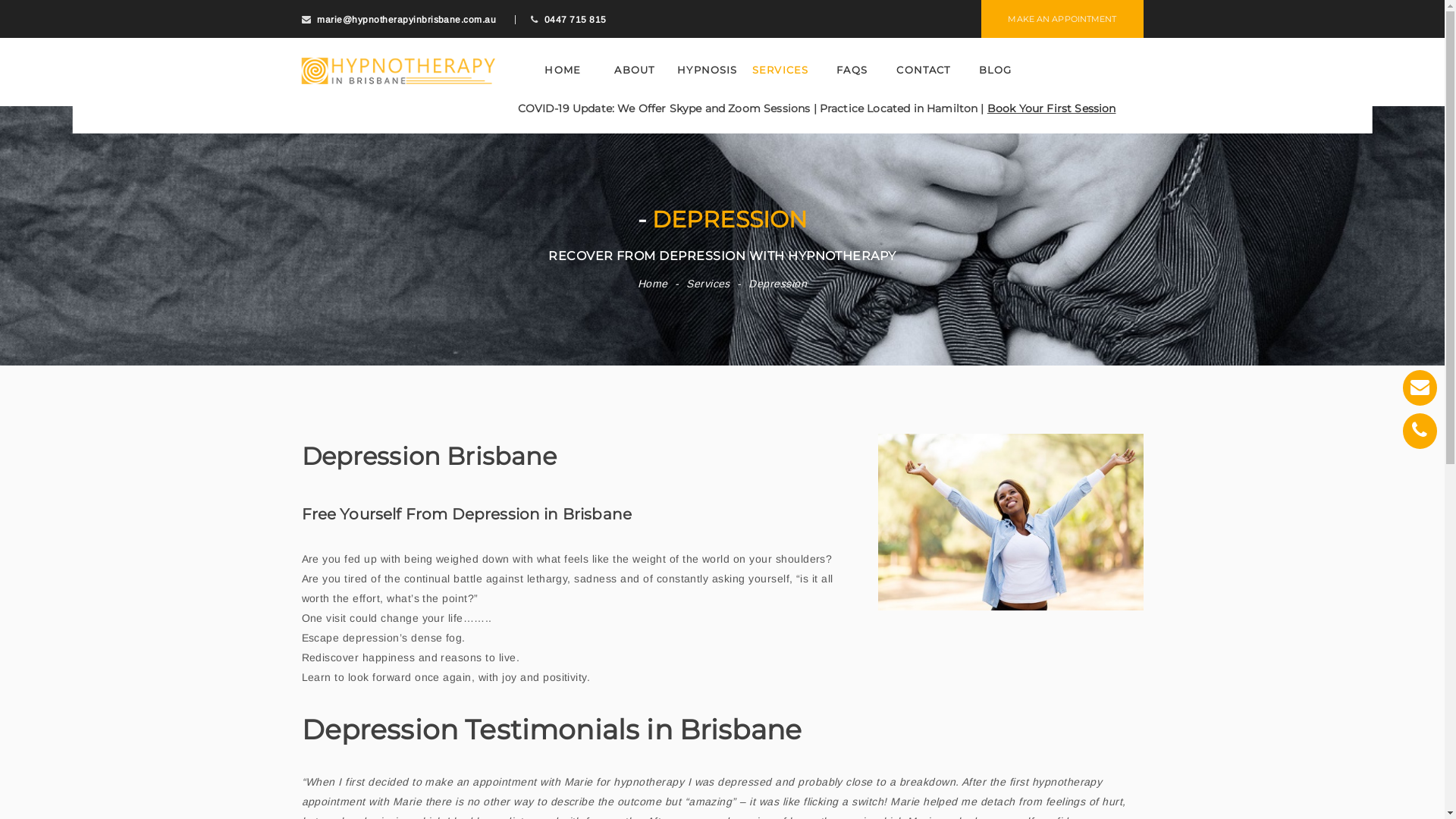  I want to click on 'Call Us', so click(1419, 431).